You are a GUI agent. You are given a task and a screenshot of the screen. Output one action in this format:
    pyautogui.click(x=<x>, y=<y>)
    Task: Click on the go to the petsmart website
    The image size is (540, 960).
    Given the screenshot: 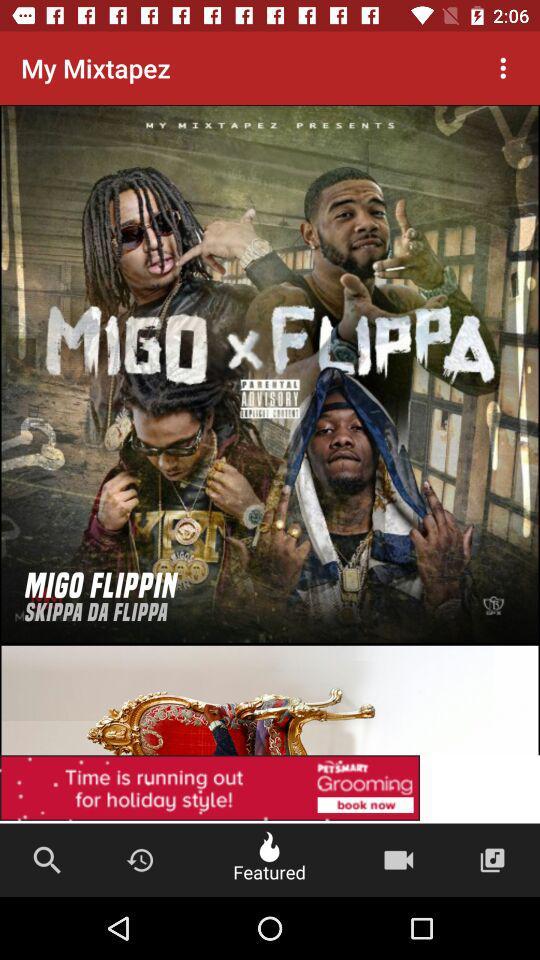 What is the action you would take?
    pyautogui.click(x=270, y=644)
    